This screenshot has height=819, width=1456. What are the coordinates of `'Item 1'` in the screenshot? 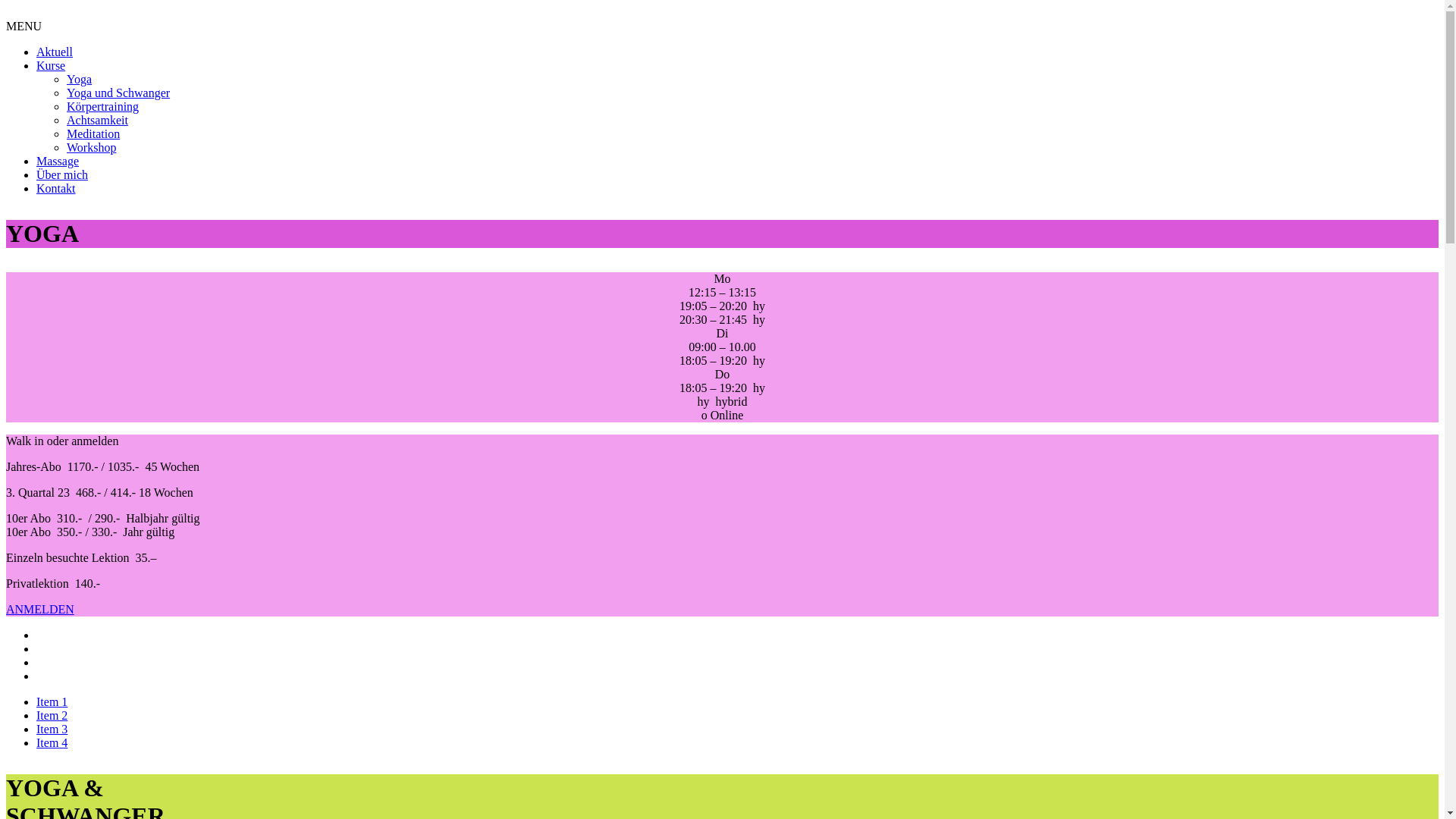 It's located at (36, 701).